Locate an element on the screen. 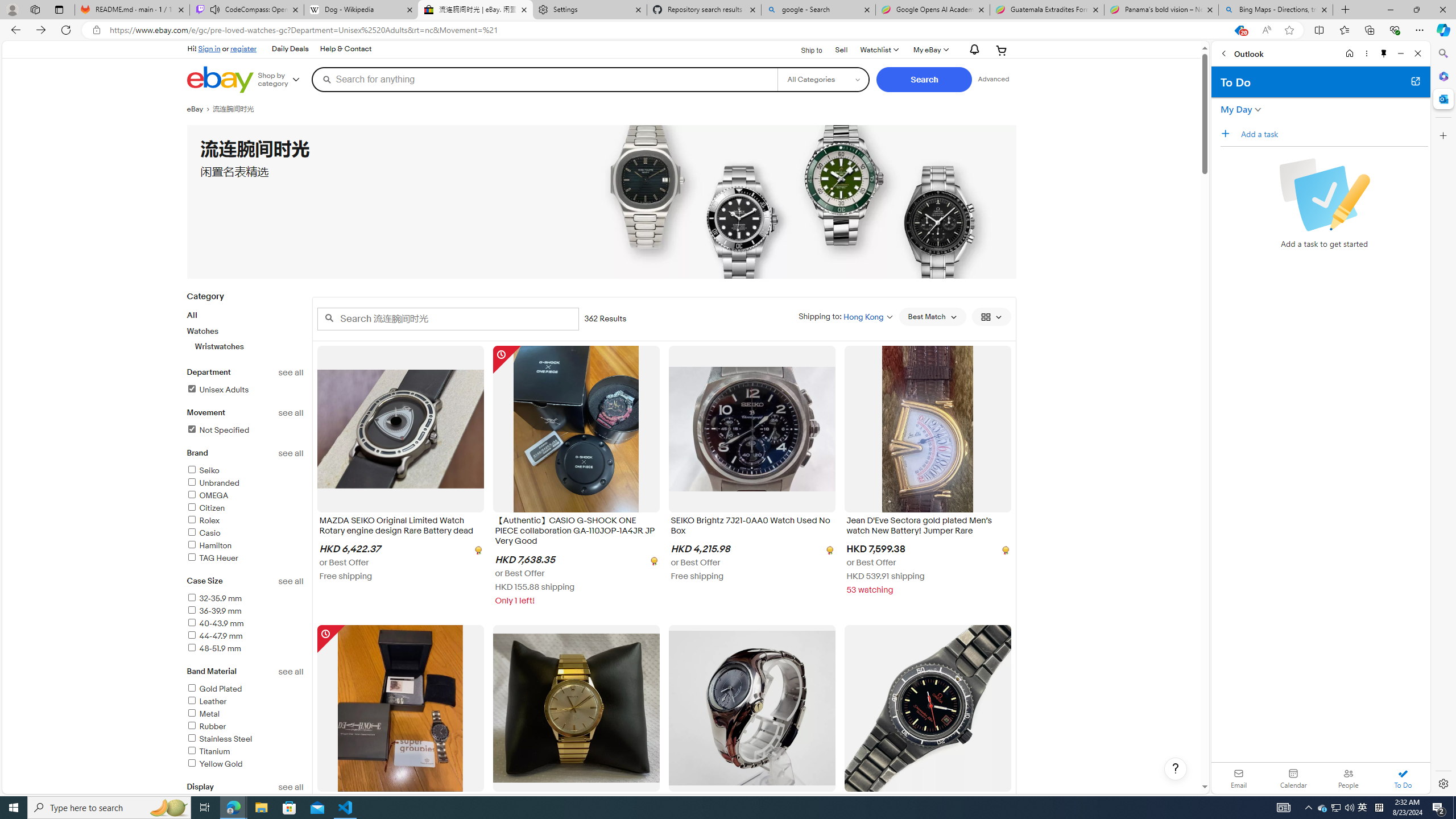 The height and width of the screenshot is (819, 1456). 'Search for anything' is located at coordinates (544, 78).